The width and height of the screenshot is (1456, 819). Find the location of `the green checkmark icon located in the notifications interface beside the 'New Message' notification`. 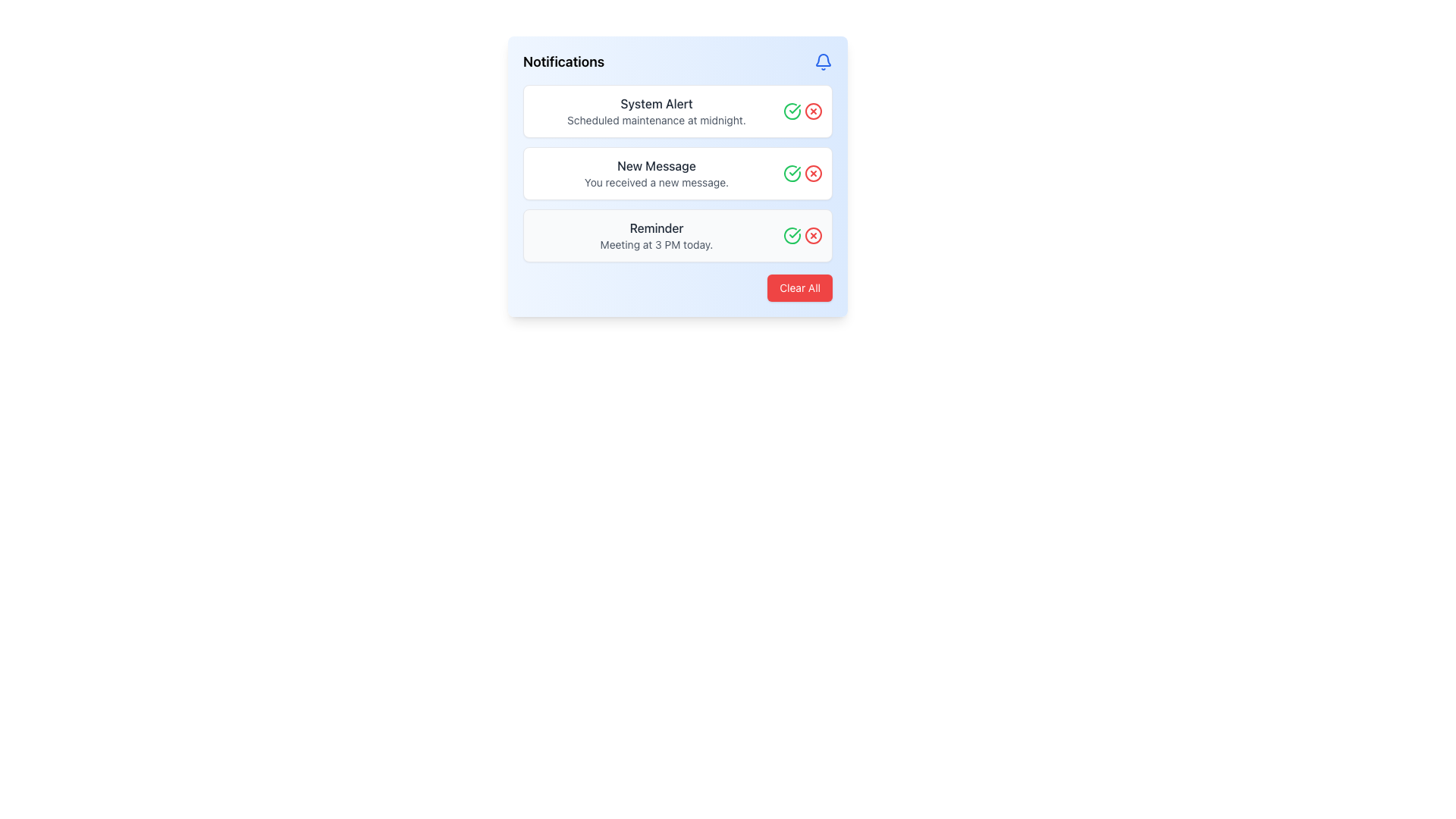

the green checkmark icon located in the notifications interface beside the 'New Message' notification is located at coordinates (794, 108).